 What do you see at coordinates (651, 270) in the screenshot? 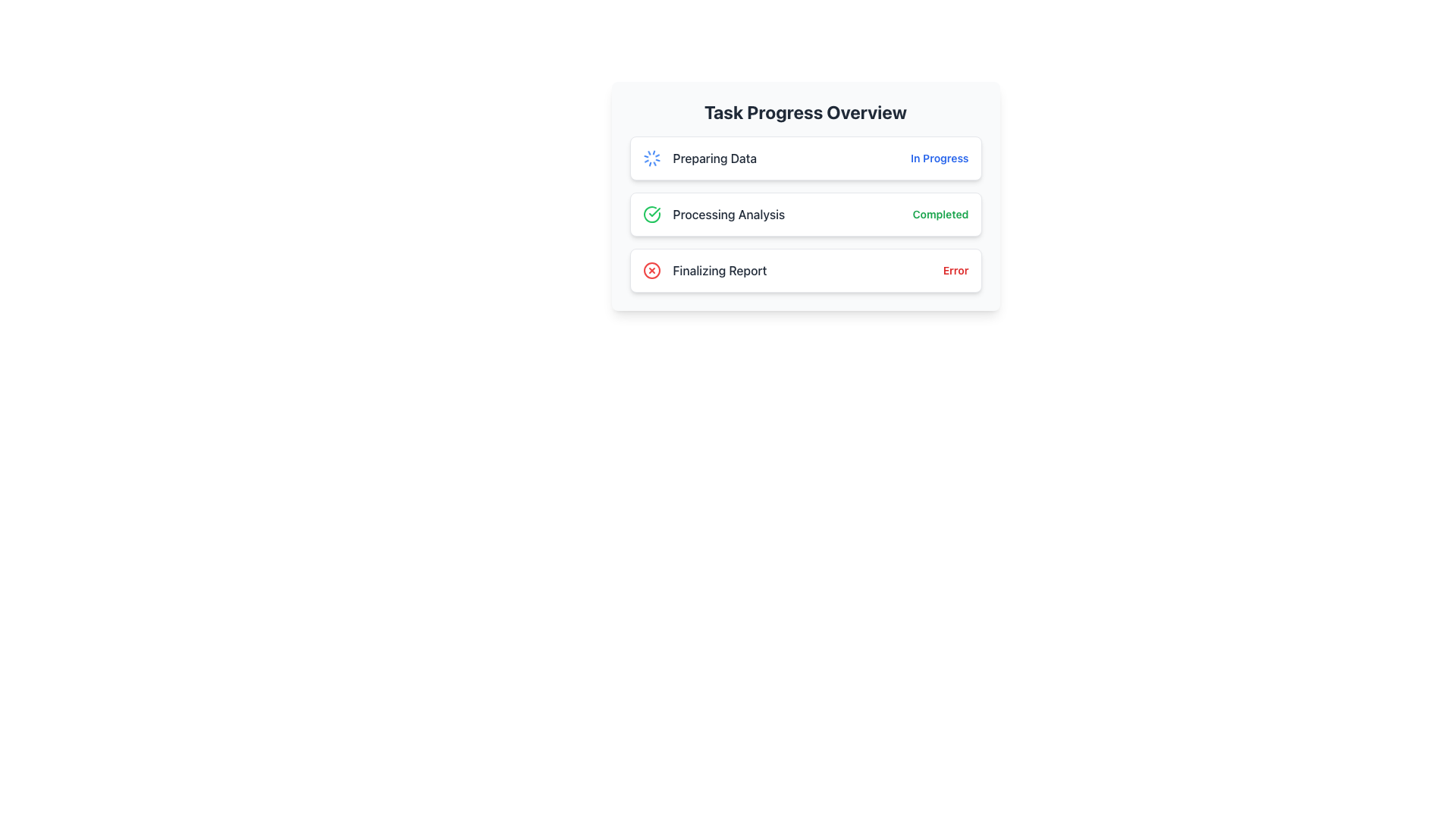
I see `the error indicator icon located at the far left of the 'Finalizing Report' row, which suggests an issue or cancellation of the associated task` at bounding box center [651, 270].